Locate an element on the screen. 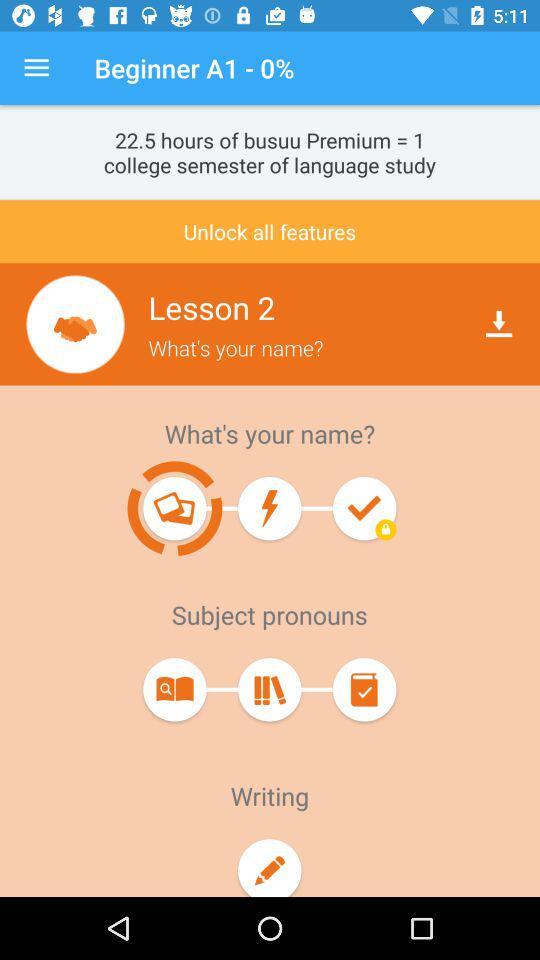  tick mark below text whats your name is located at coordinates (363, 507).